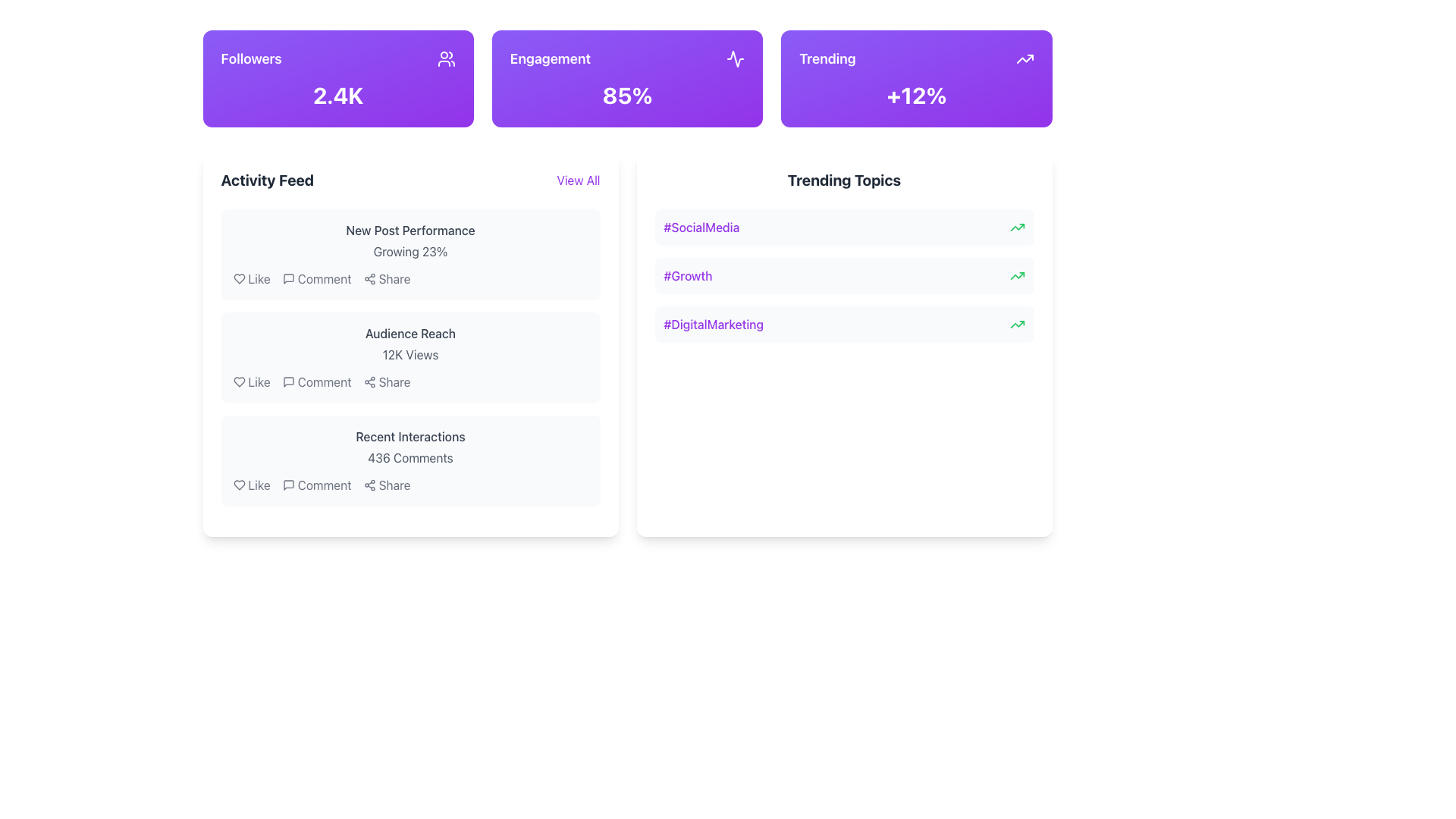  Describe the element at coordinates (316, 485) in the screenshot. I see `the 'Comment' button, which is the second interactive button in the horizontal group of 'Like', 'Comment', and 'Share' under the 'Recent Interactions' section in the 'Activity Feed'` at that location.